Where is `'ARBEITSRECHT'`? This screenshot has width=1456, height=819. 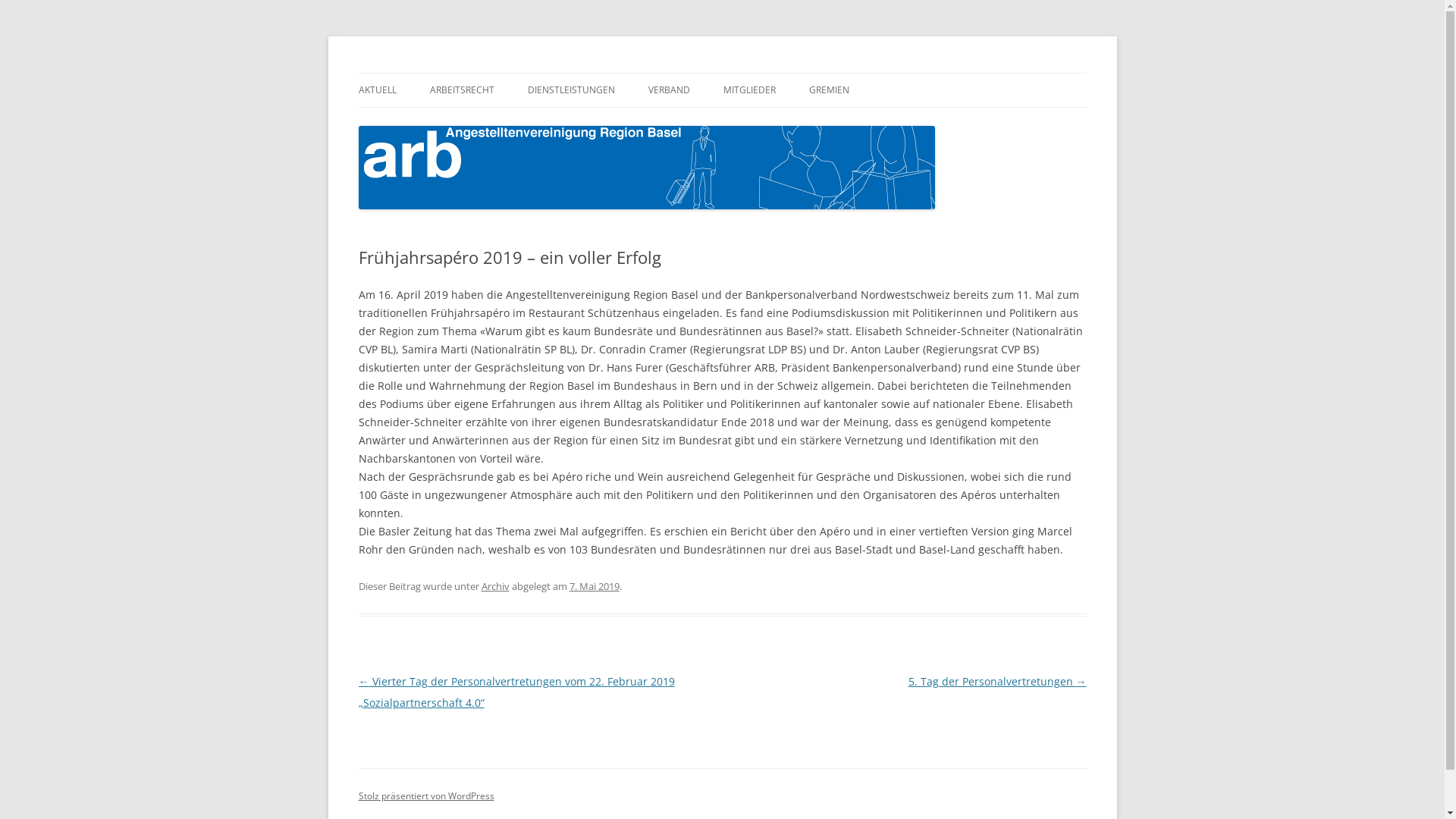 'ARBEITSRECHT' is located at coordinates (460, 90).